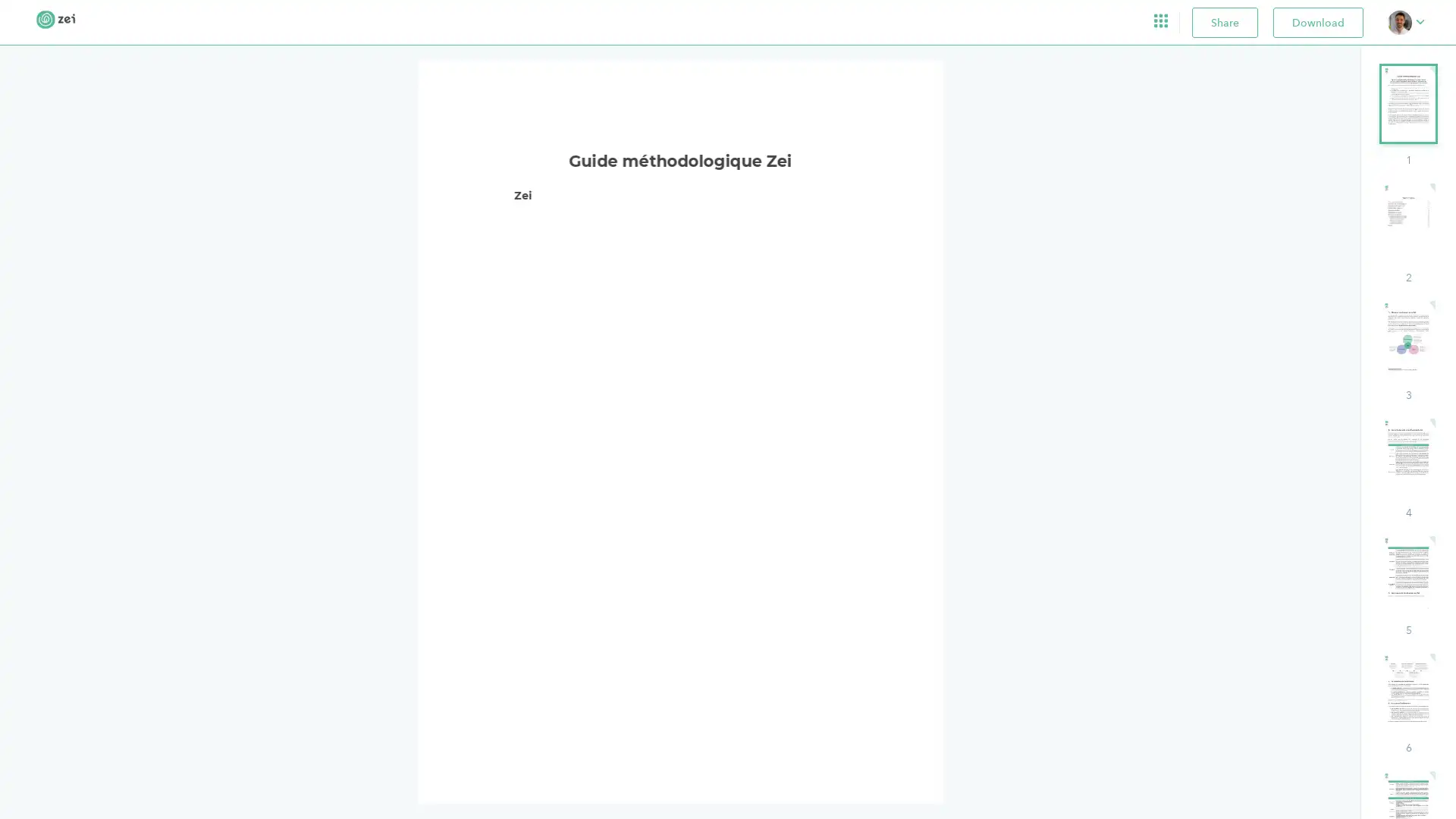 The width and height of the screenshot is (1456, 819). Describe the element at coordinates (1405, 22) in the screenshot. I see `Book a meeting or send an email to valentin.bouteiller@zei-world.com` at that location.